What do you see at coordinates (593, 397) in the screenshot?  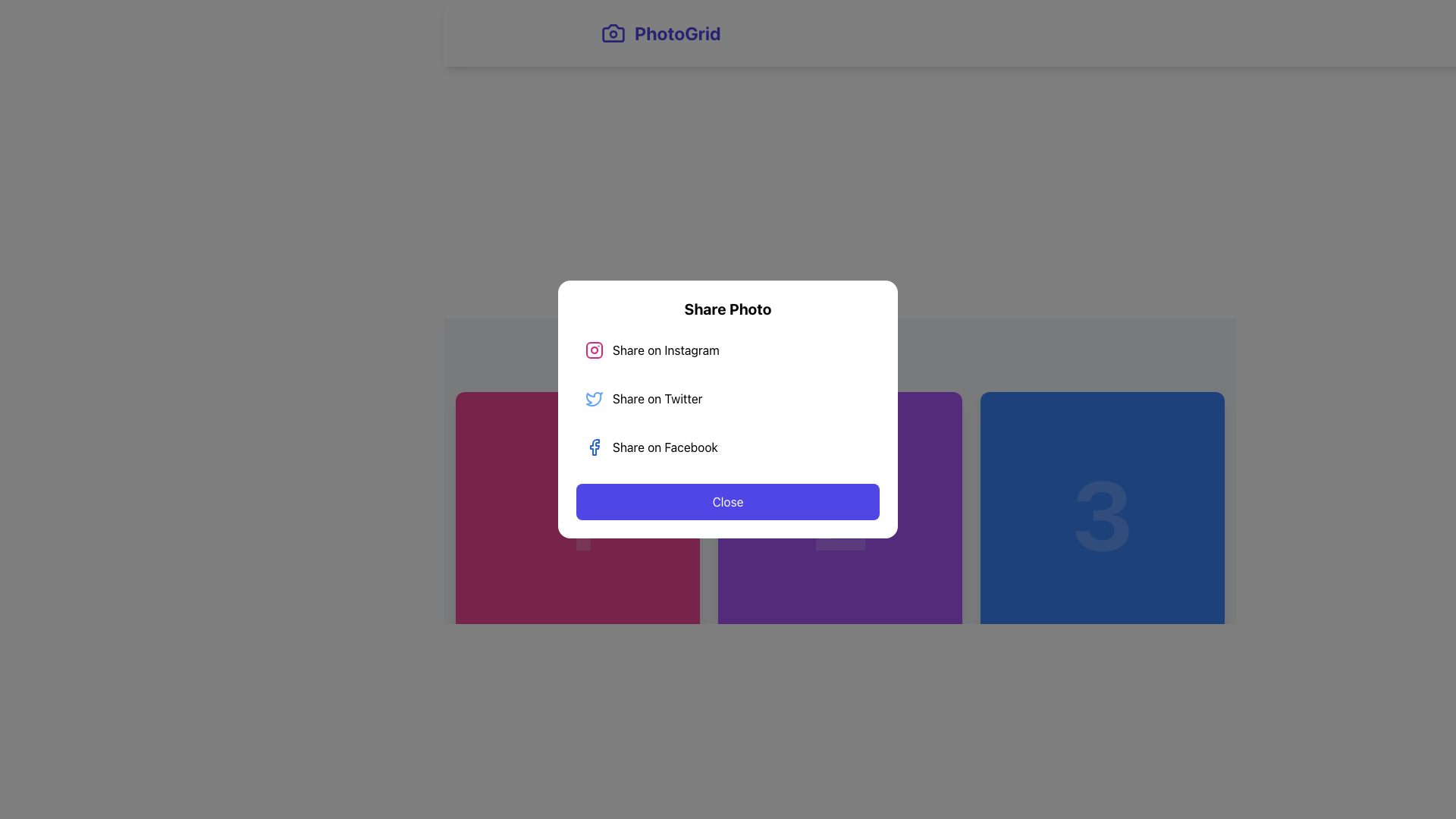 I see `the Twitter icon in the 'Share on Twitter' button located in the dialog titled 'Share Photo', positioned as the second item in the options list` at bounding box center [593, 397].